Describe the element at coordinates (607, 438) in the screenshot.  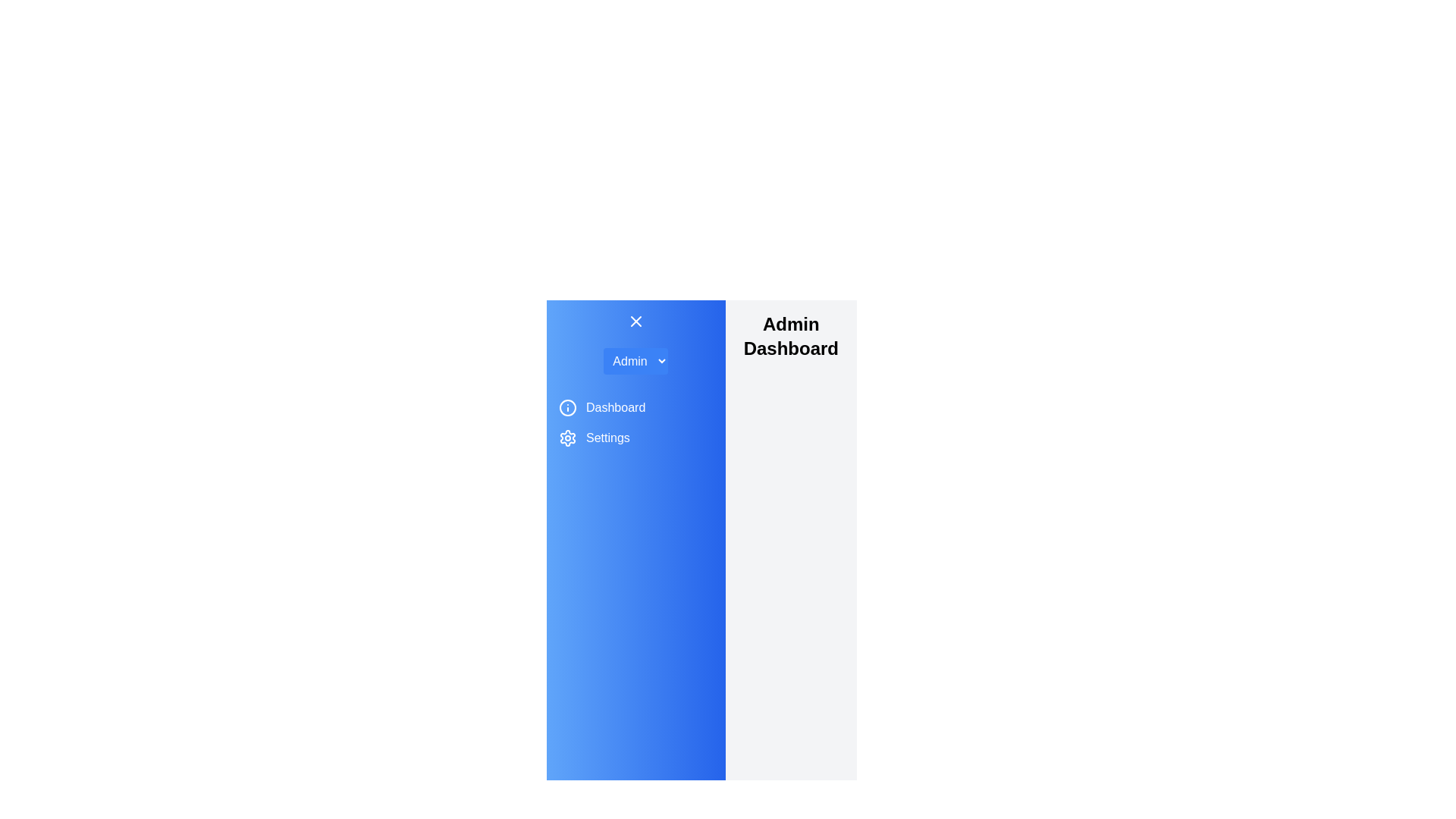
I see `the menu item labeled Settings` at that location.